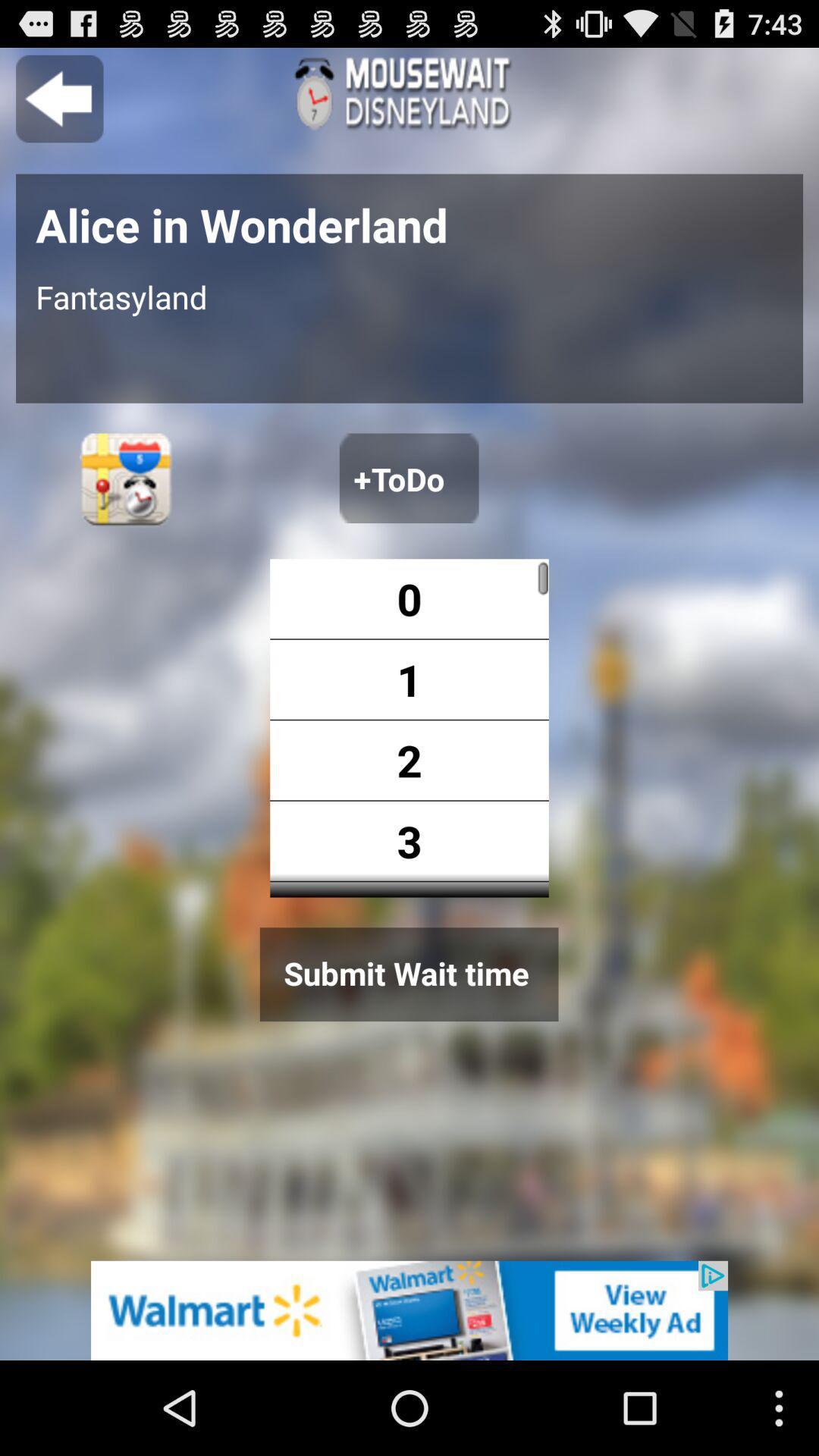 This screenshot has height=1456, width=819. What do you see at coordinates (409, 93) in the screenshot?
I see `game details` at bounding box center [409, 93].